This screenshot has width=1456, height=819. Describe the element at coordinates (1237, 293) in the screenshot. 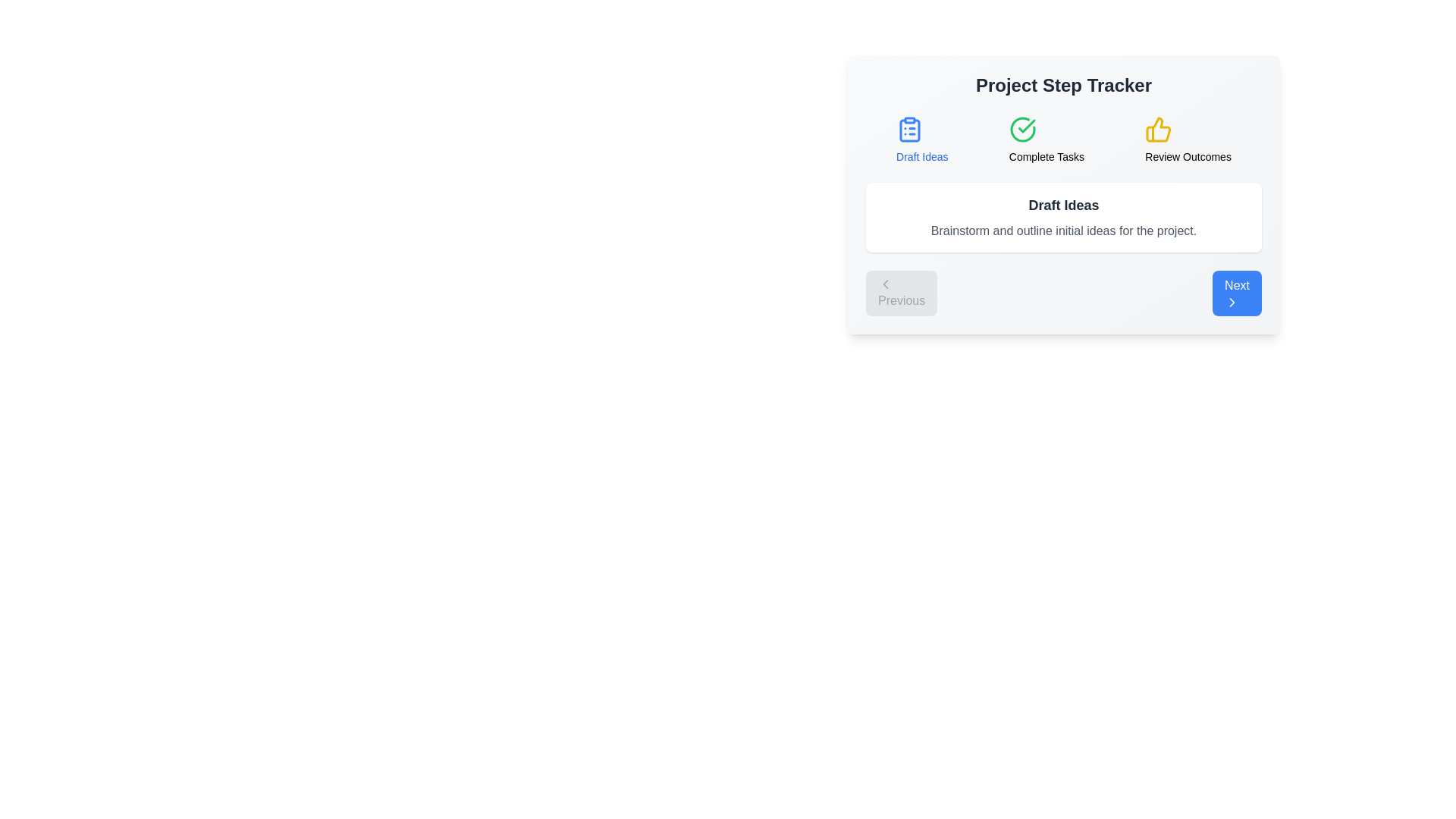

I see `the 'Next' button to navigate to the next step` at that location.